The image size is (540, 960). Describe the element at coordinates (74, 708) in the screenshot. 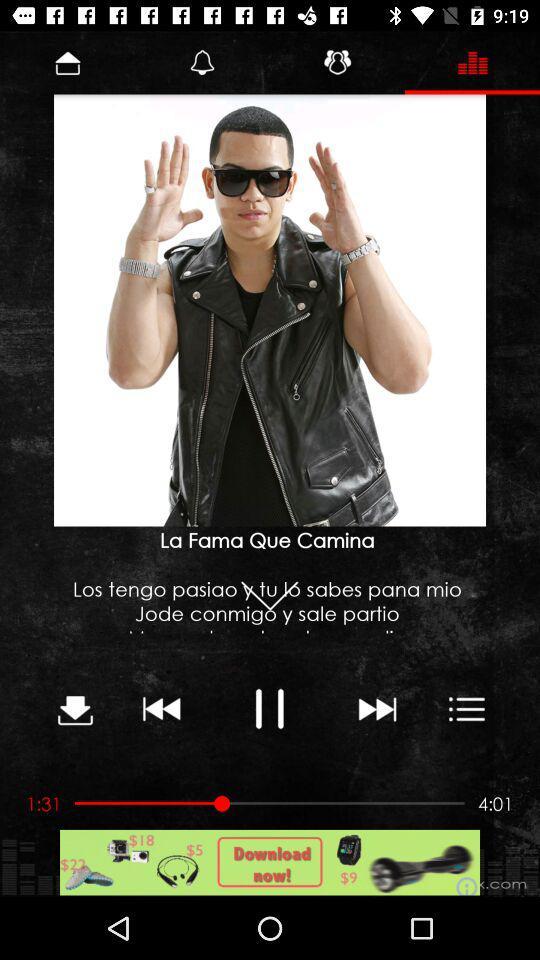

I see `download button` at that location.